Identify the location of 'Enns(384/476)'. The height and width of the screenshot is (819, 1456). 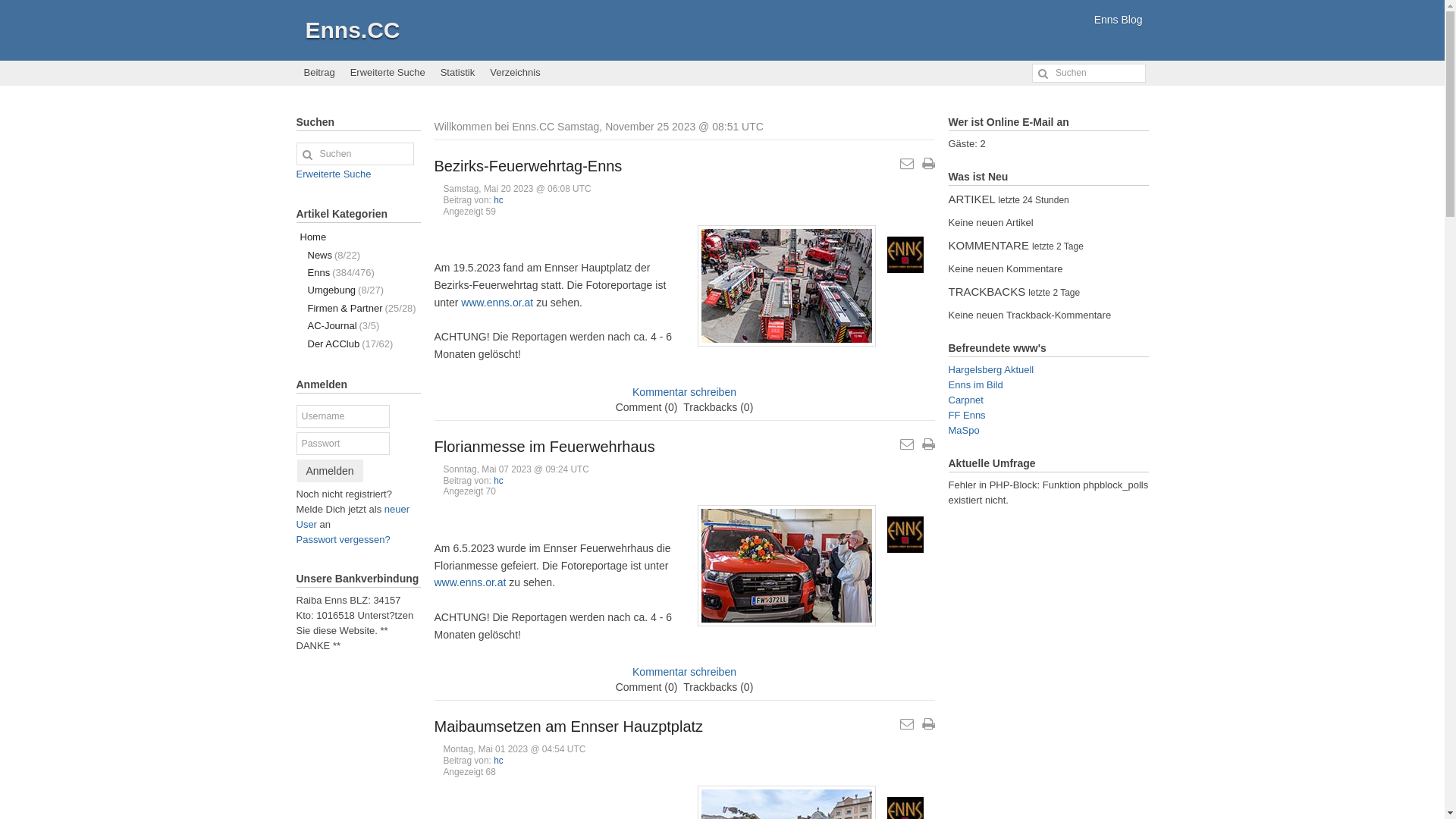
(356, 271).